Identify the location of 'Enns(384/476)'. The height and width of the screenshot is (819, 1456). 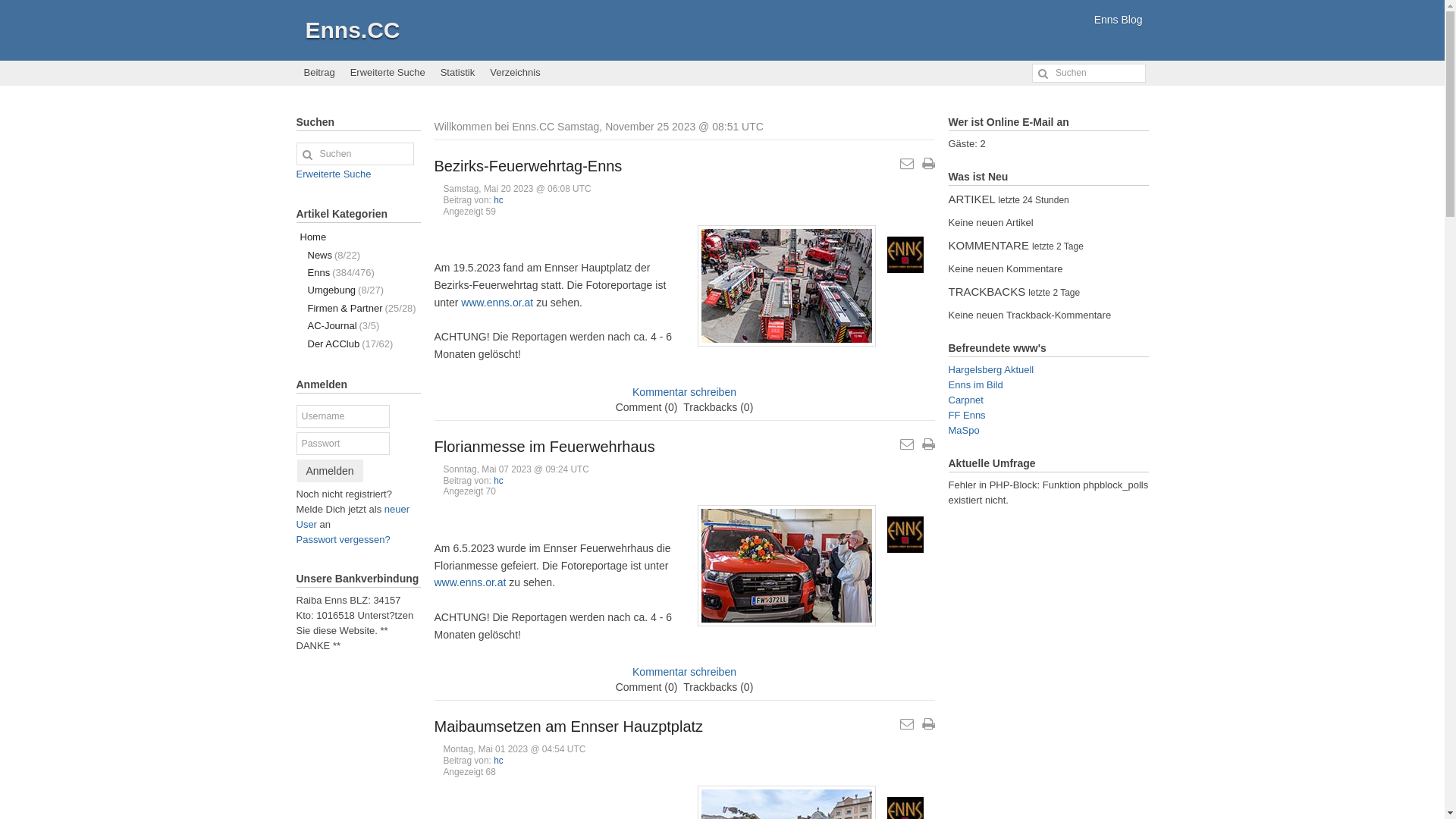
(356, 271).